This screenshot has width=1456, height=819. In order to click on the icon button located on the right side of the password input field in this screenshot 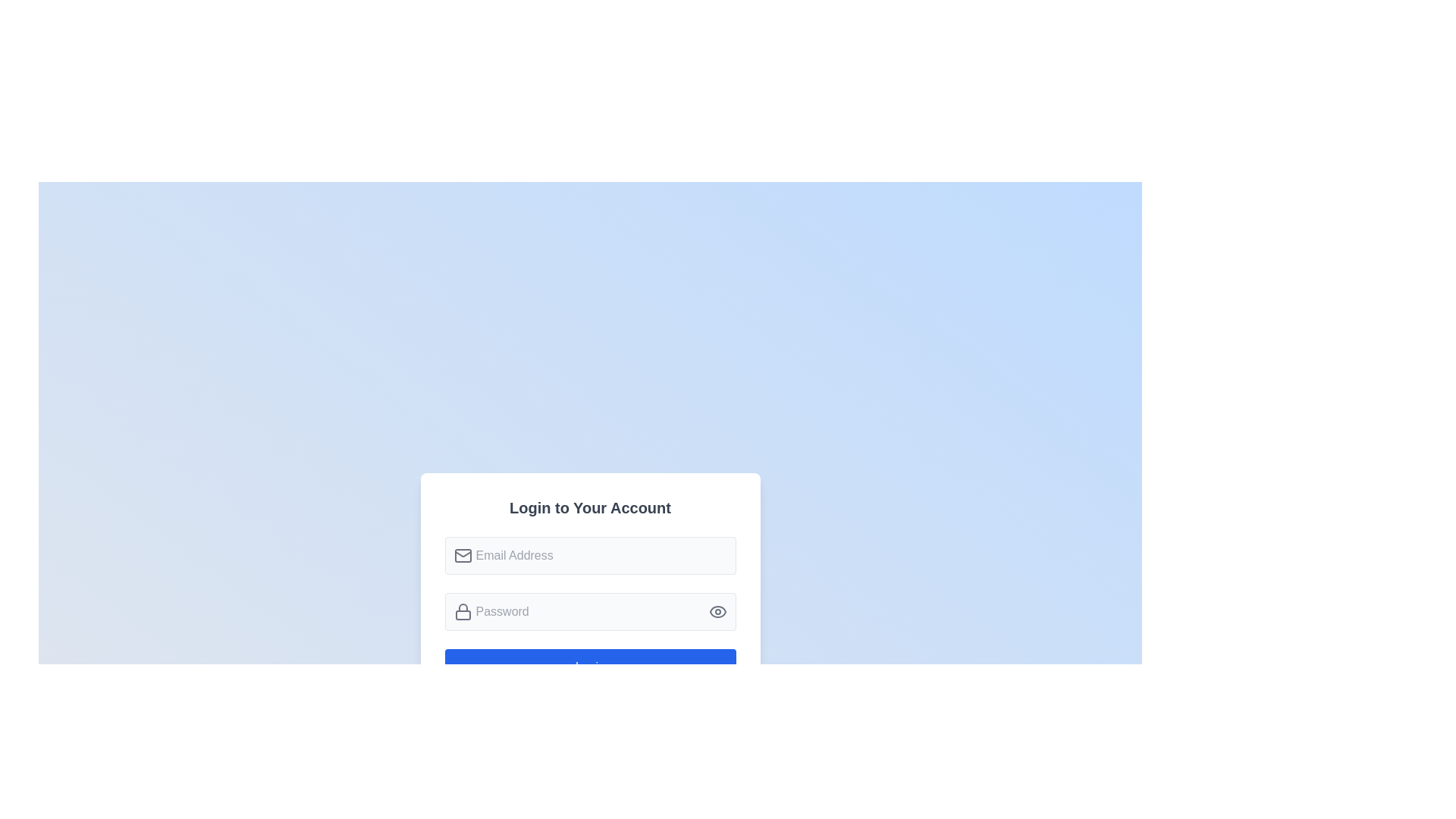, I will do `click(717, 610)`.